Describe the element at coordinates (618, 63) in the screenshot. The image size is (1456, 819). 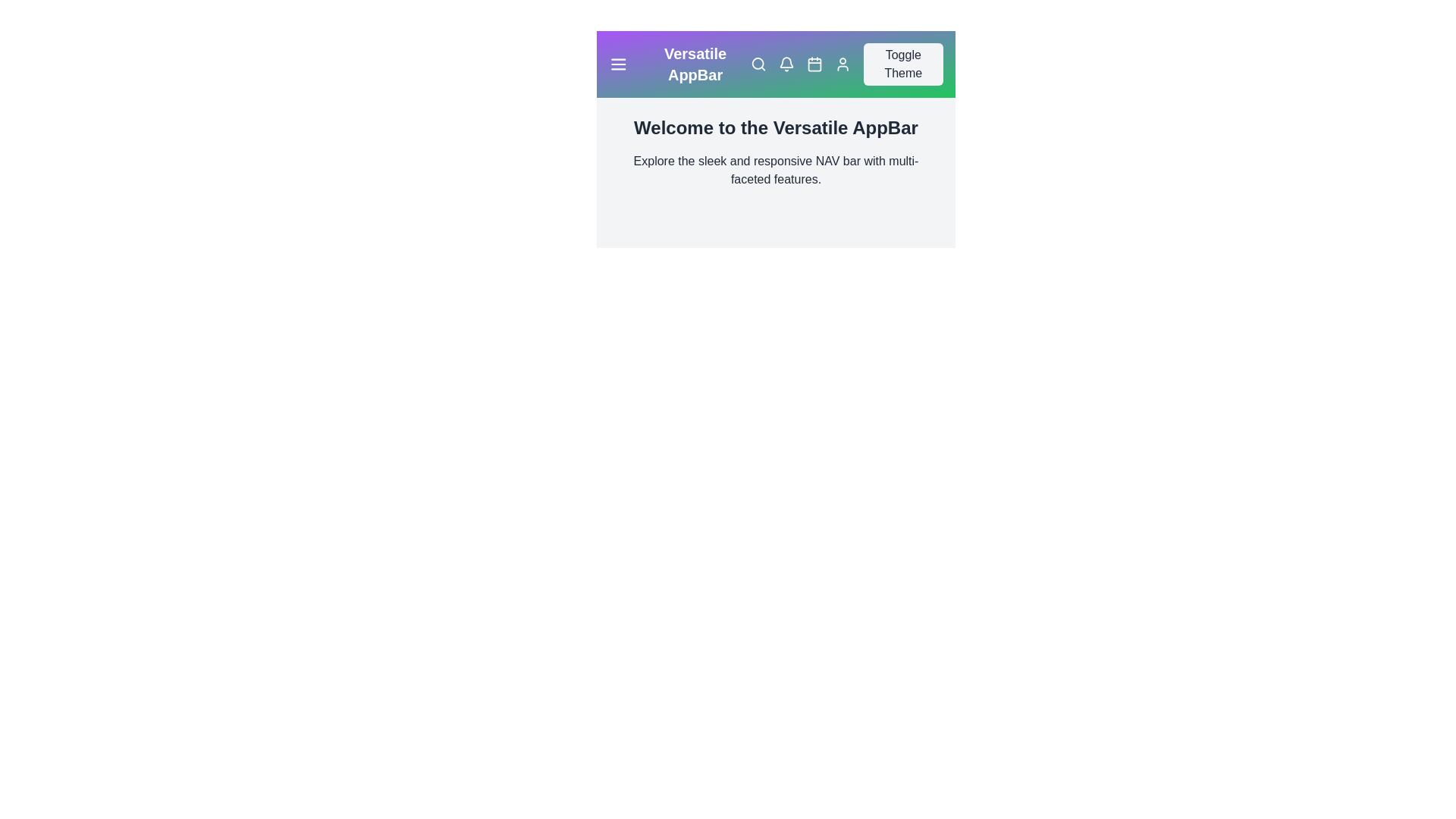
I see `the menu icon to open the menu` at that location.